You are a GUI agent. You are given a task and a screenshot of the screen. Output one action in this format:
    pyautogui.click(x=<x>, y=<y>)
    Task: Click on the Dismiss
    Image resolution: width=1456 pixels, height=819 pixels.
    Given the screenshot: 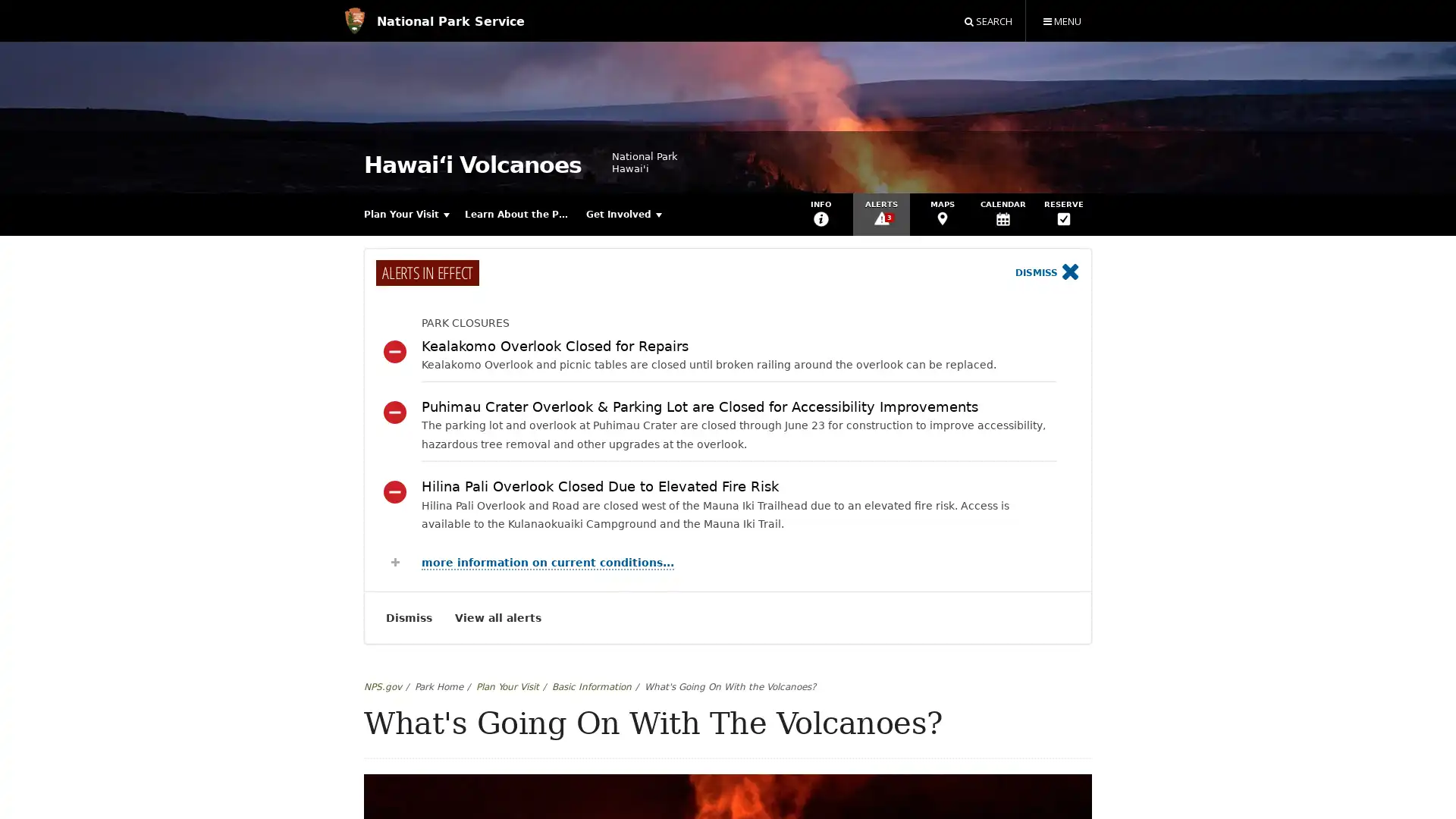 What is the action you would take?
    pyautogui.click(x=1046, y=273)
    